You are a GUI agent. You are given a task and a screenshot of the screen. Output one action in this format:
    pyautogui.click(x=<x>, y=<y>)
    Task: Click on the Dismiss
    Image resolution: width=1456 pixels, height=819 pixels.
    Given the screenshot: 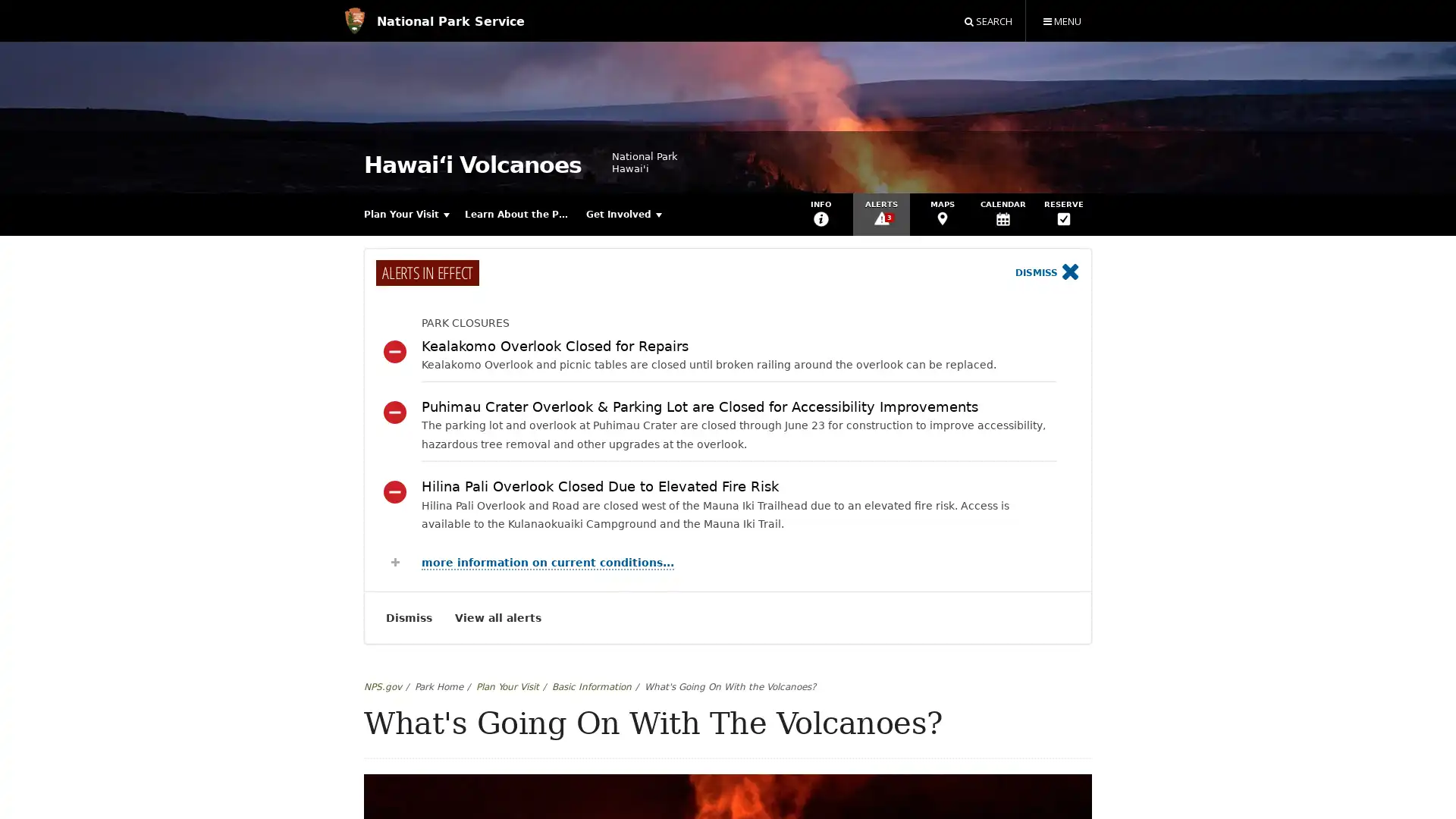 What is the action you would take?
    pyautogui.click(x=1046, y=273)
    